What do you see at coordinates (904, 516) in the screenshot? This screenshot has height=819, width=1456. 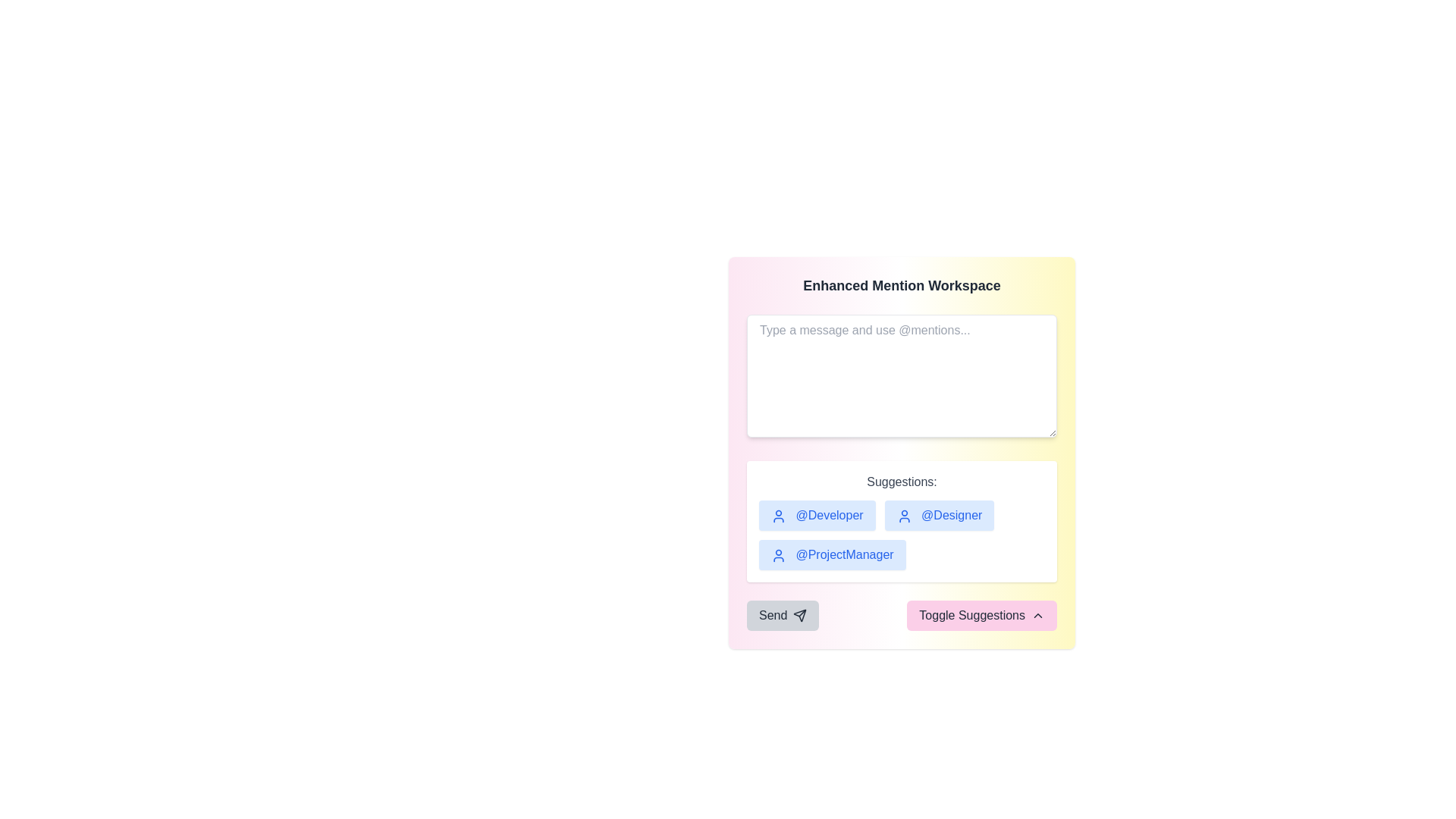 I see `the user profile icon located to the left of the '@Designer' label in the 'Suggestions' section, which visually represents a user profile` at bounding box center [904, 516].